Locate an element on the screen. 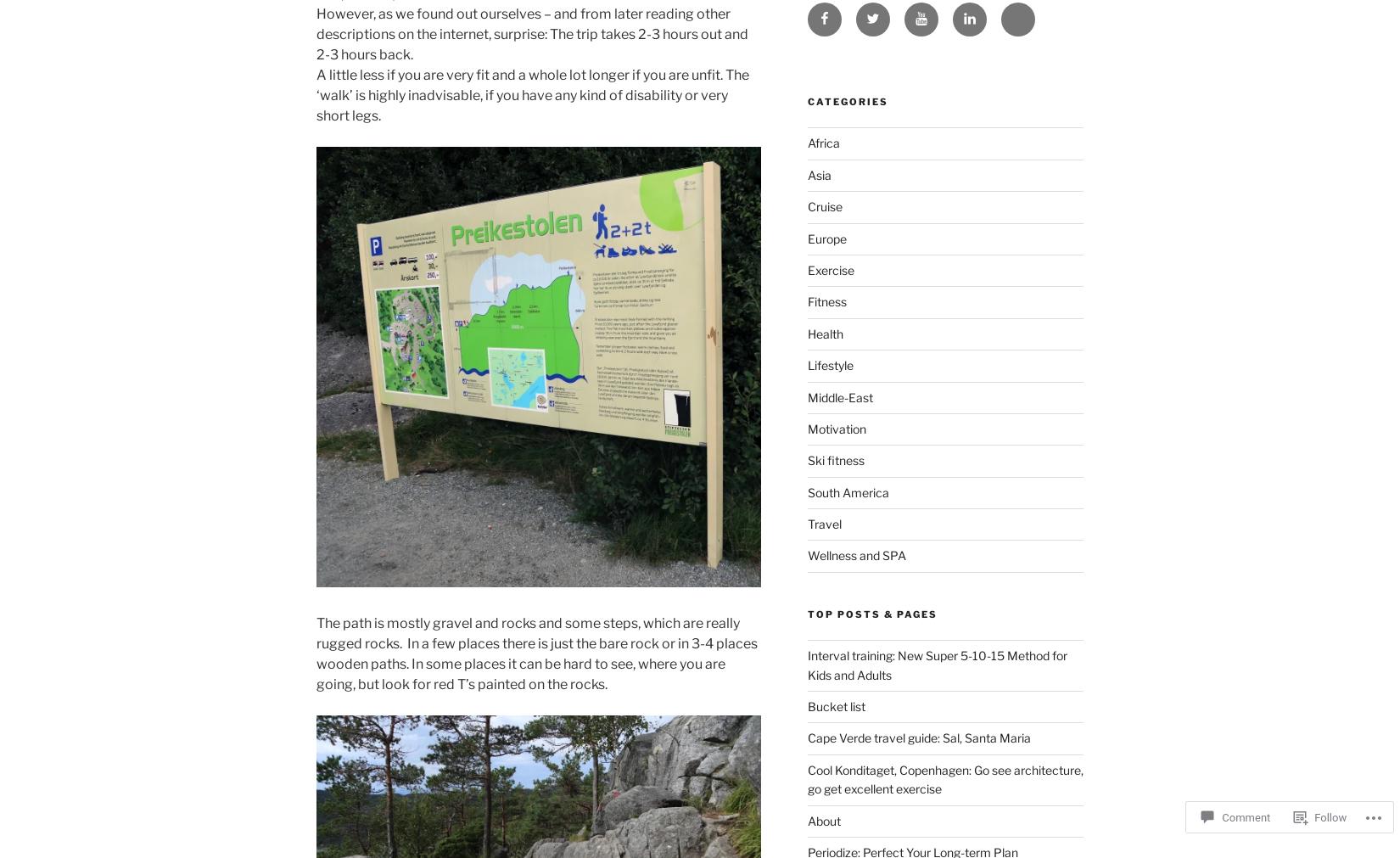 This screenshot has width=1400, height=858. 'The path is mostly gravel and rocks and some steps, which are really rugged rocks.  In a few places there is just the bare rock or in 3-4 places wooden paths. In some places it can be hard to see, where you are going, but look for red T’s painted on the rocks.' is located at coordinates (535, 653).